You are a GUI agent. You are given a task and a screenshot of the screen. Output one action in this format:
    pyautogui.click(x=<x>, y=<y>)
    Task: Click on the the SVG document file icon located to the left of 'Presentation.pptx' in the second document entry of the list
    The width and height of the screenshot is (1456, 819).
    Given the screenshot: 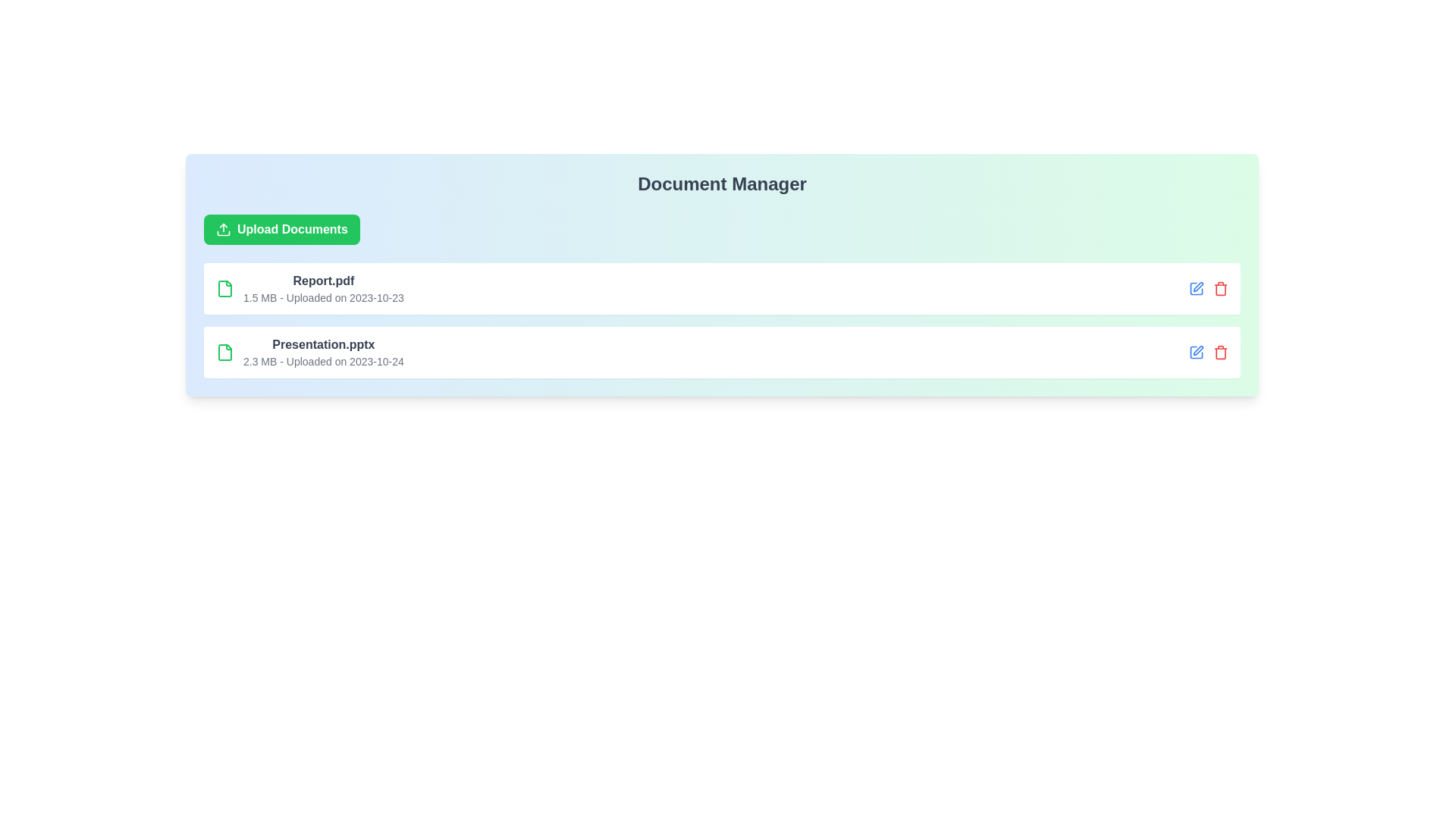 What is the action you would take?
    pyautogui.click(x=224, y=353)
    